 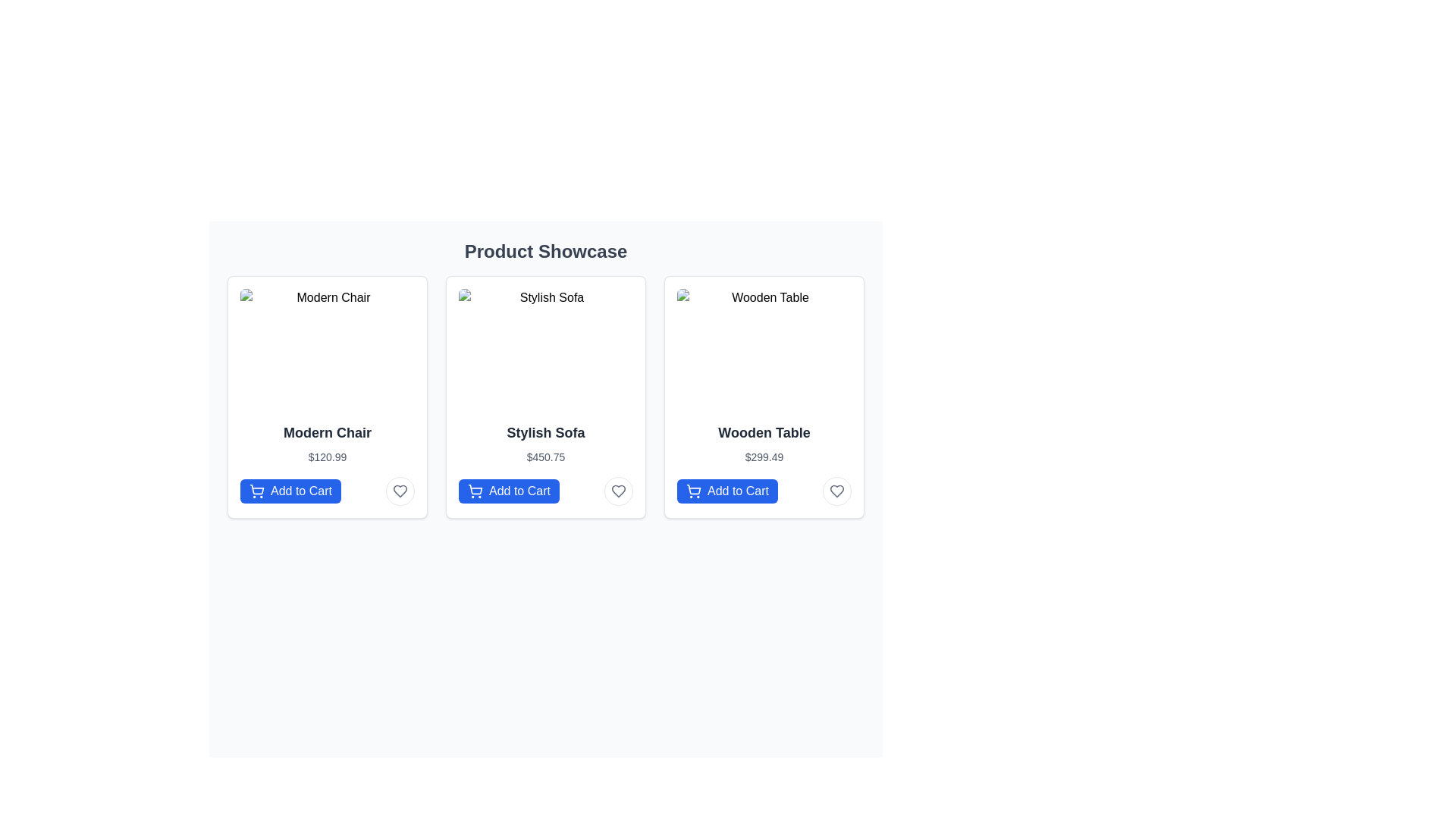 What do you see at coordinates (726, 491) in the screenshot?
I see `the 'Add to Cart' button with a blue background and rounded corners in the third column of the product showcase grid` at bounding box center [726, 491].